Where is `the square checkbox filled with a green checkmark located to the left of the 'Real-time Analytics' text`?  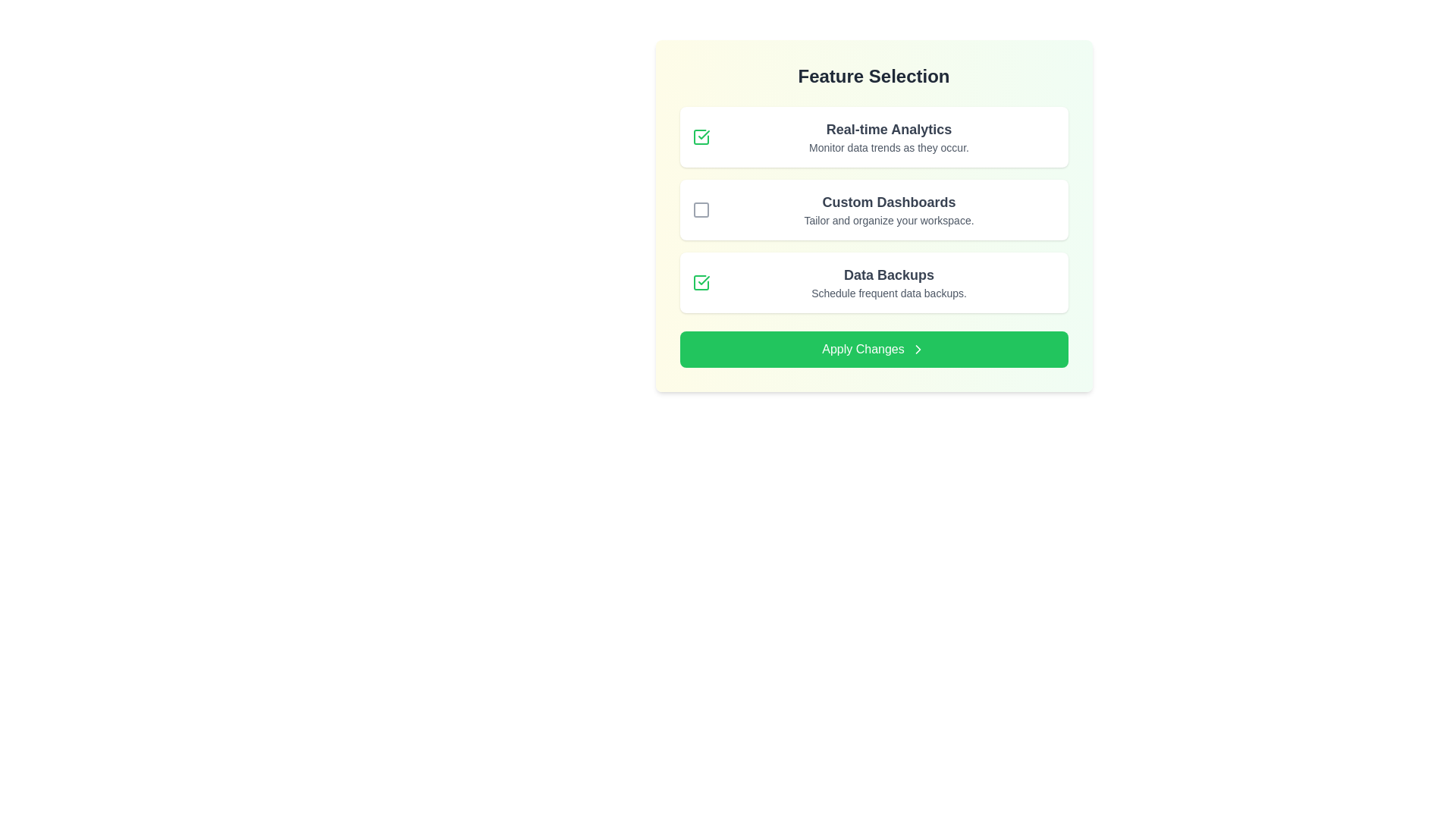
the square checkbox filled with a green checkmark located to the left of the 'Real-time Analytics' text is located at coordinates (700, 137).